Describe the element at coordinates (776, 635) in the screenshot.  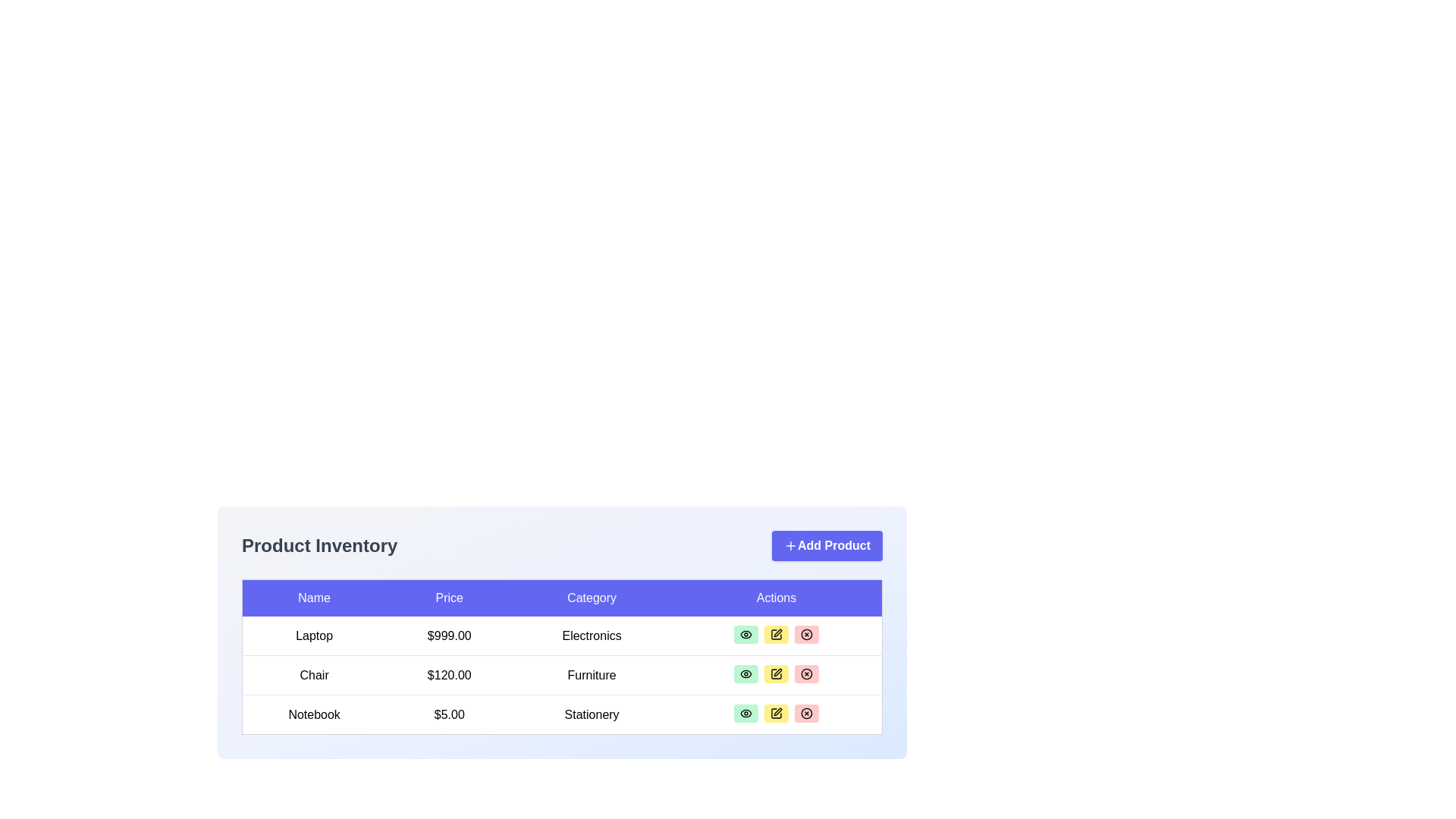
I see `the edit icon button in the Actions column for the Electronics category to initiate editing the product details` at that location.